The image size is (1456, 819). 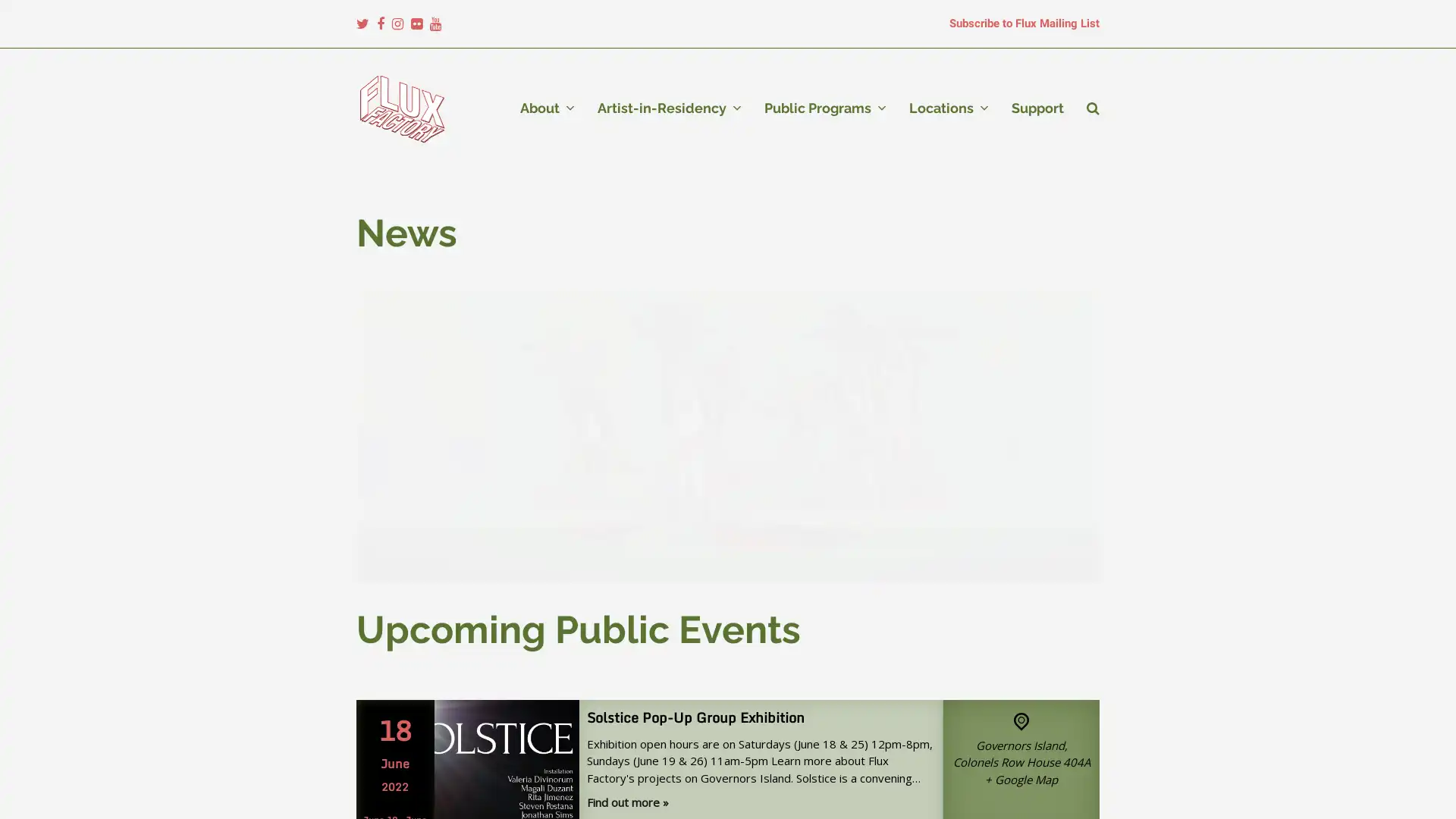 I want to click on Search, so click(x=1093, y=108).